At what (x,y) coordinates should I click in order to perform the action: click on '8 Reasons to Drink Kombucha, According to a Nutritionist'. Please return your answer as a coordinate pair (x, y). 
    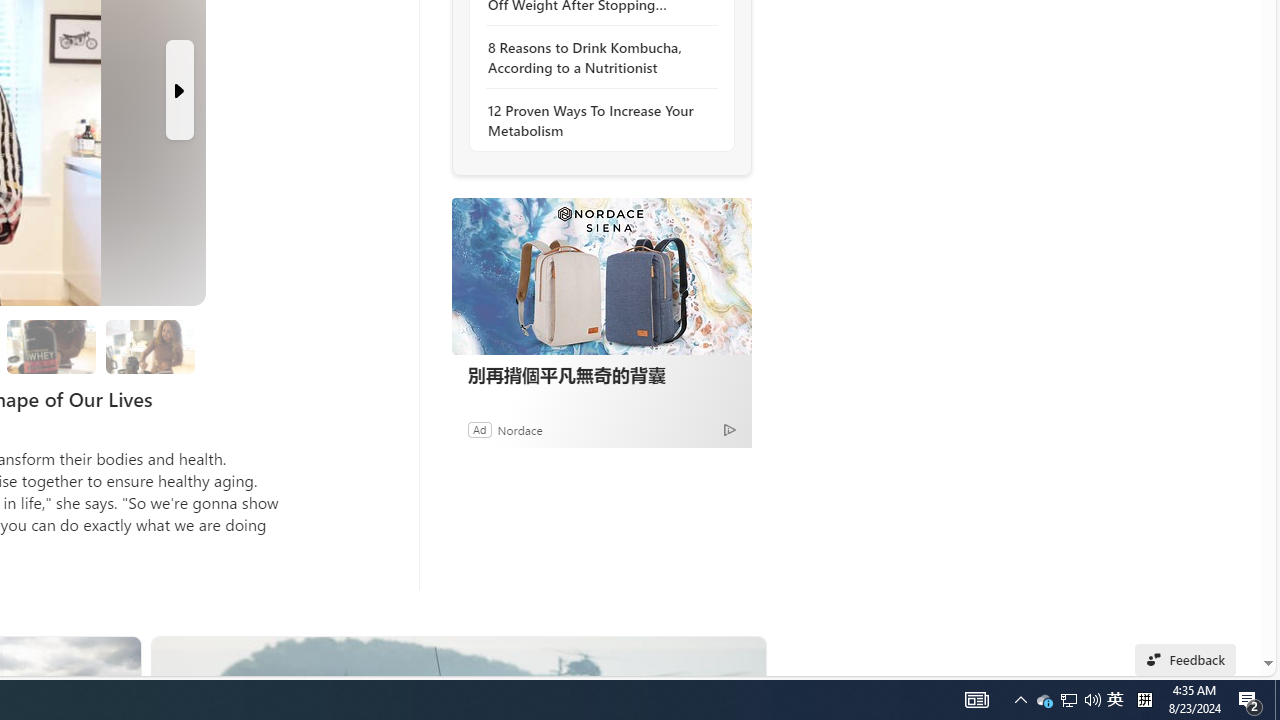
    Looking at the image, I should click on (595, 56).